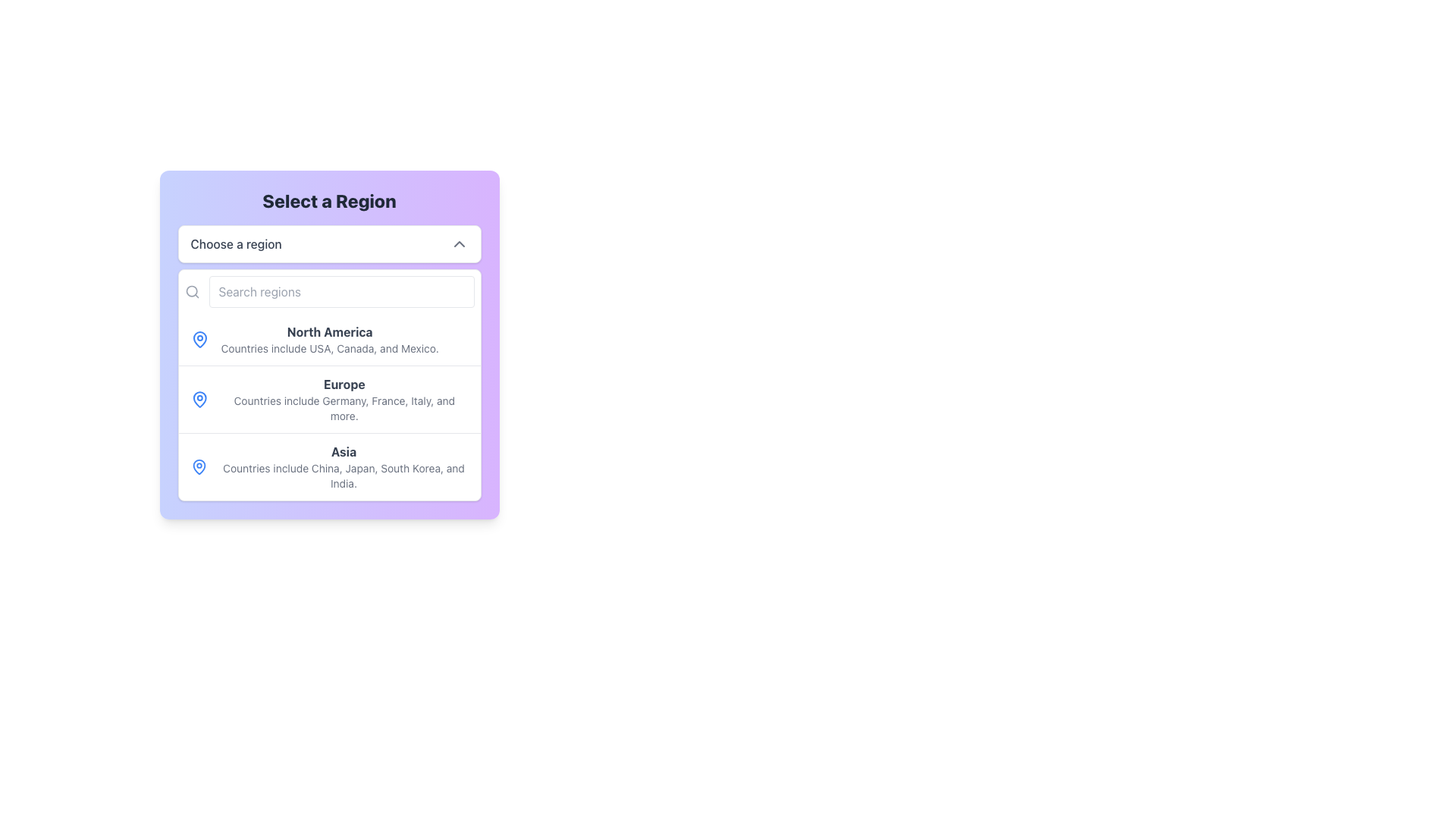  Describe the element at coordinates (329, 331) in the screenshot. I see `the static text element that serves as the title for the 'North America' option, which is positioned above the descriptive text and is the first entry in the list` at that location.